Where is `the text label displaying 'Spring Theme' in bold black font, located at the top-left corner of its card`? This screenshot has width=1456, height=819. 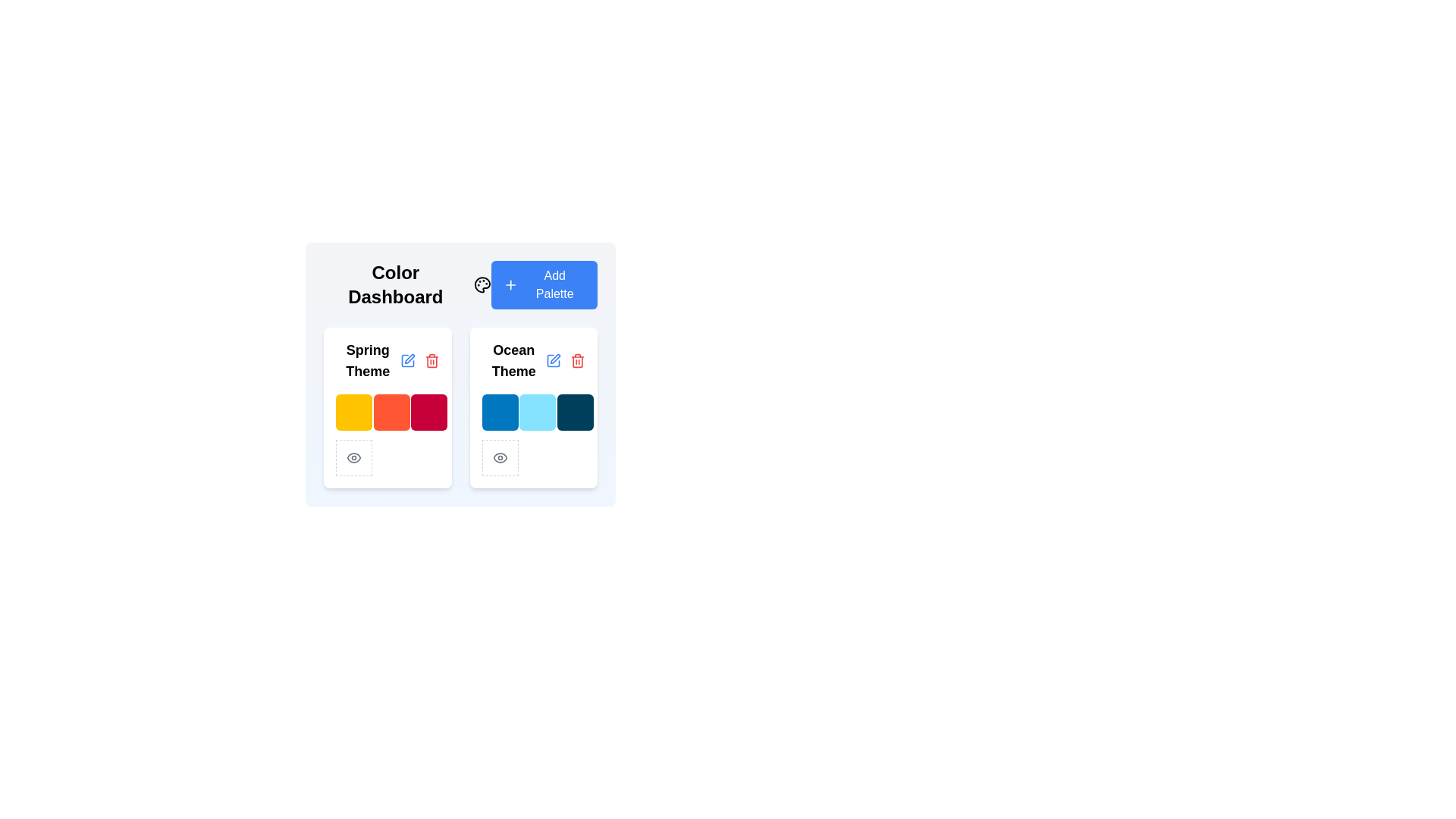
the text label displaying 'Spring Theme' in bold black font, located at the top-left corner of its card is located at coordinates (388, 360).